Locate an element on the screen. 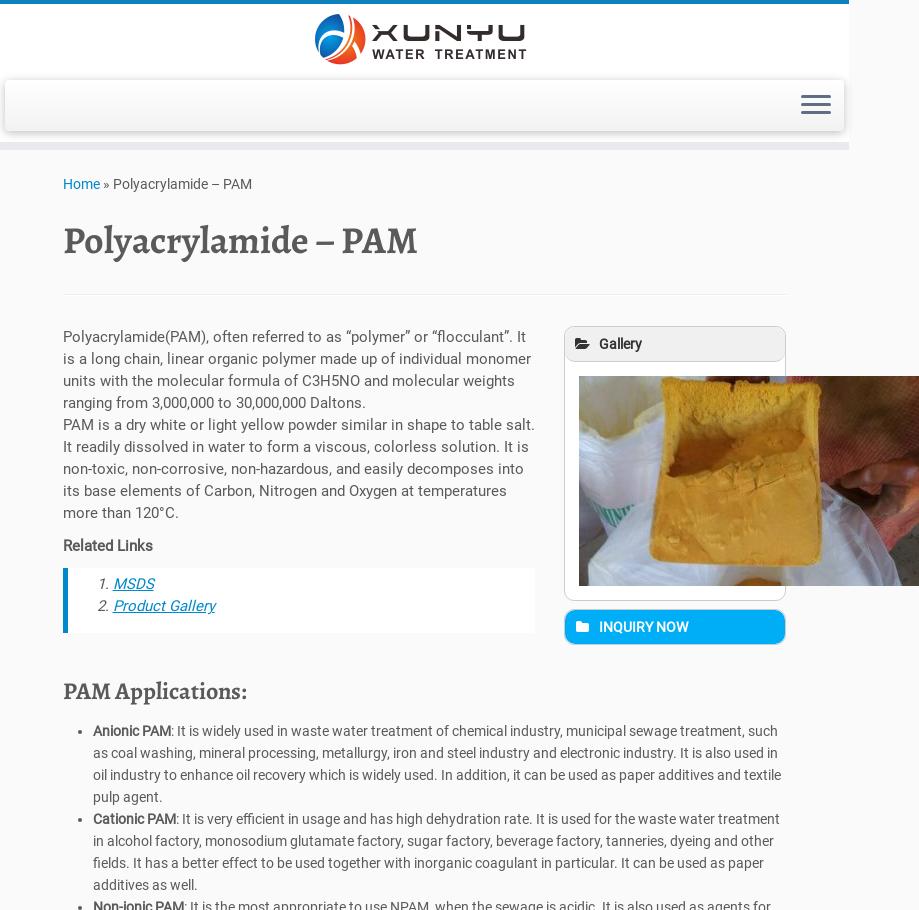  'MSDS' is located at coordinates (131, 588).